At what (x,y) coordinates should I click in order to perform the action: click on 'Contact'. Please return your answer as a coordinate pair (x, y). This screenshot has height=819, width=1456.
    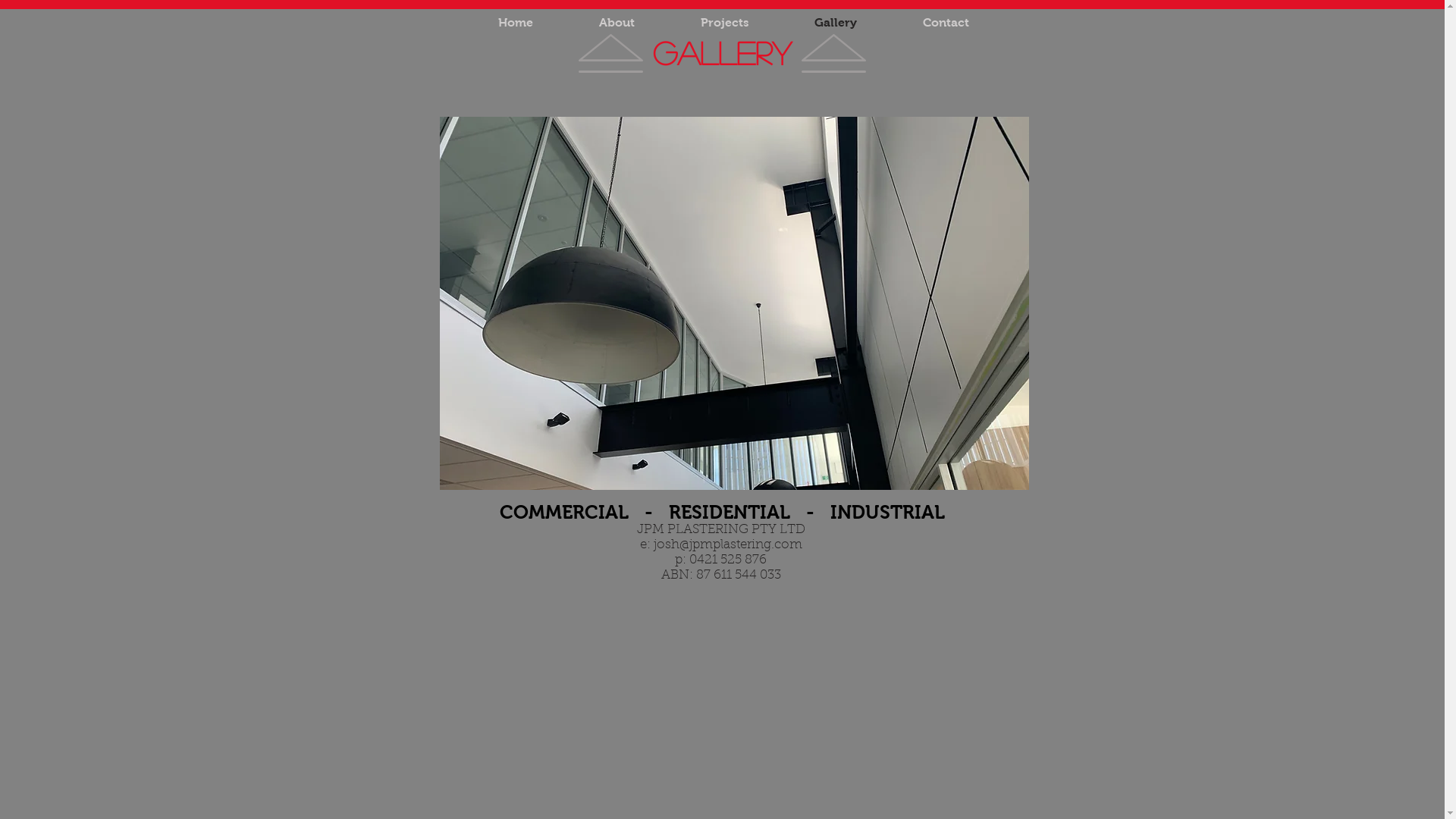
    Looking at the image, I should click on (946, 23).